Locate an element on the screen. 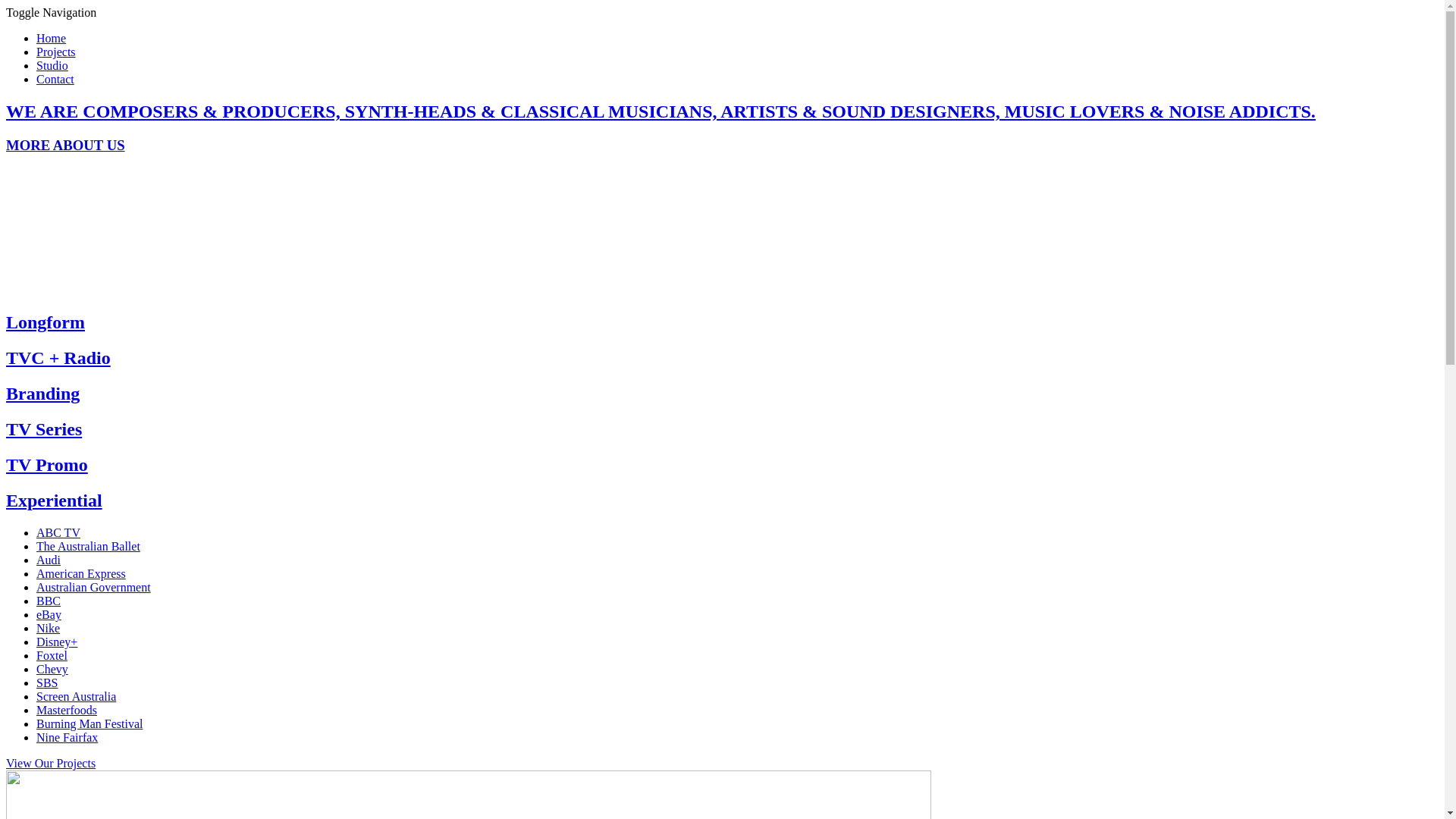 This screenshot has height=819, width=1456. 'Nike' is located at coordinates (48, 628).